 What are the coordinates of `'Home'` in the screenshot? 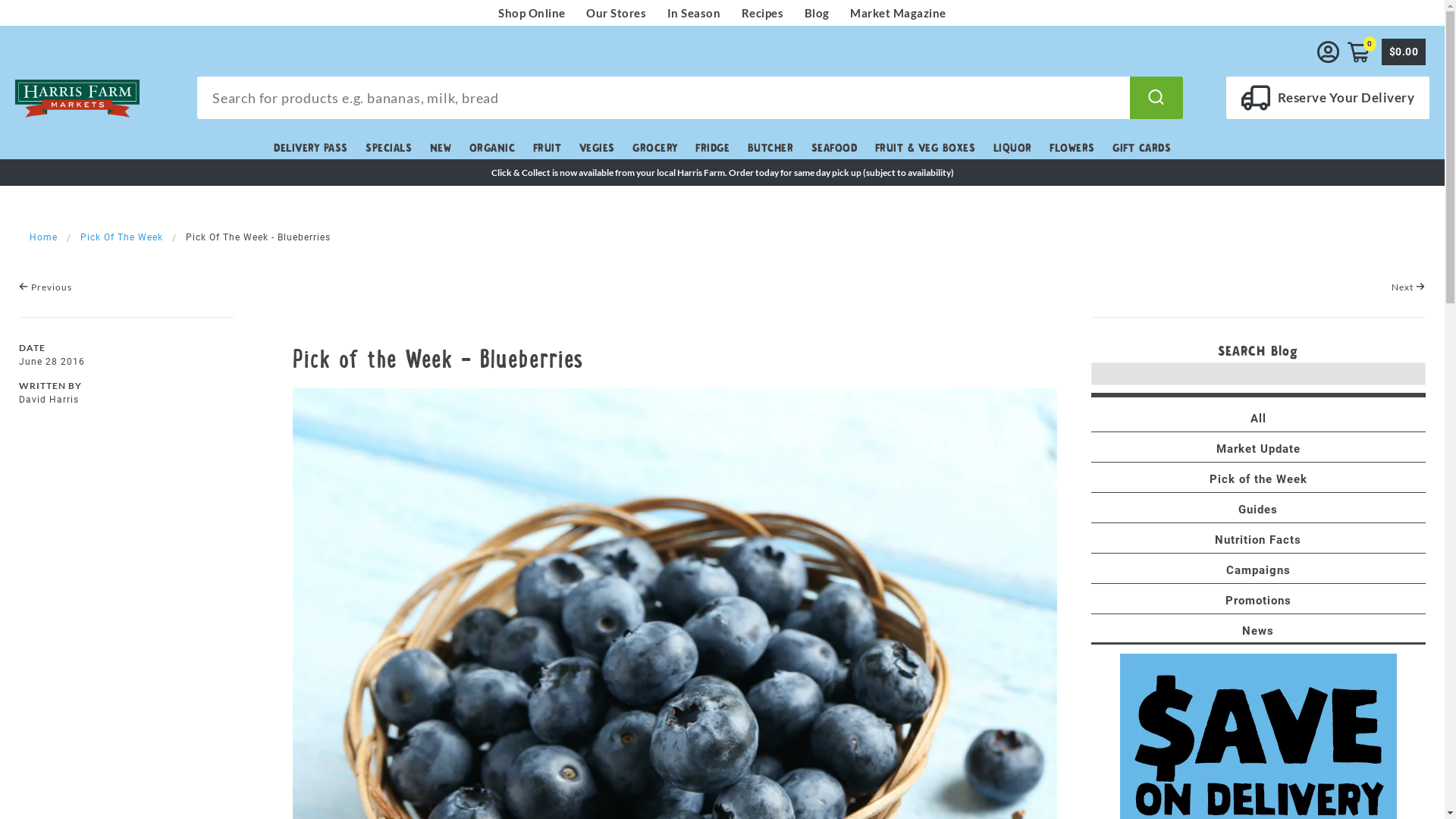 It's located at (43, 237).